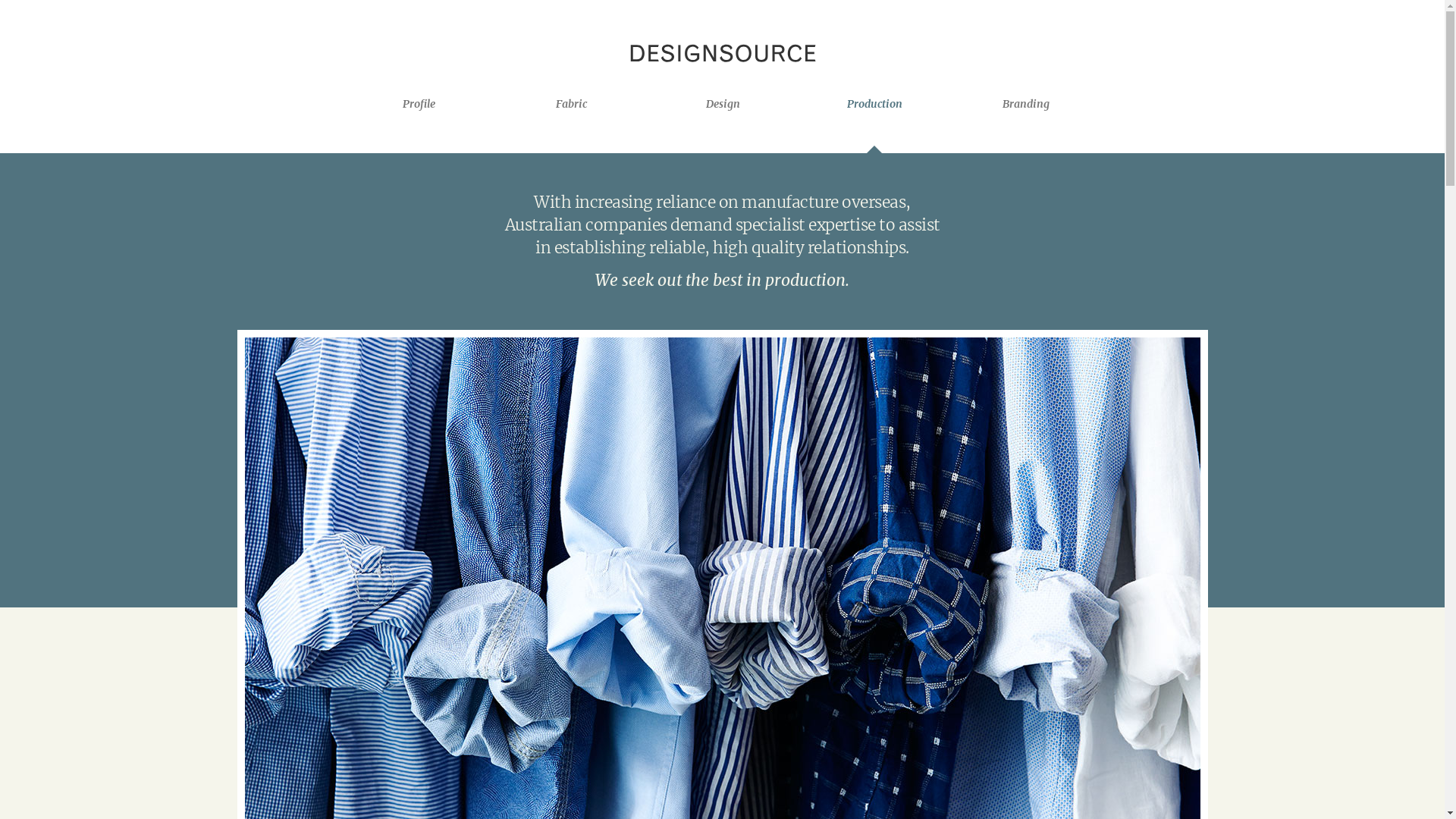  I want to click on 'Design', so click(722, 103).